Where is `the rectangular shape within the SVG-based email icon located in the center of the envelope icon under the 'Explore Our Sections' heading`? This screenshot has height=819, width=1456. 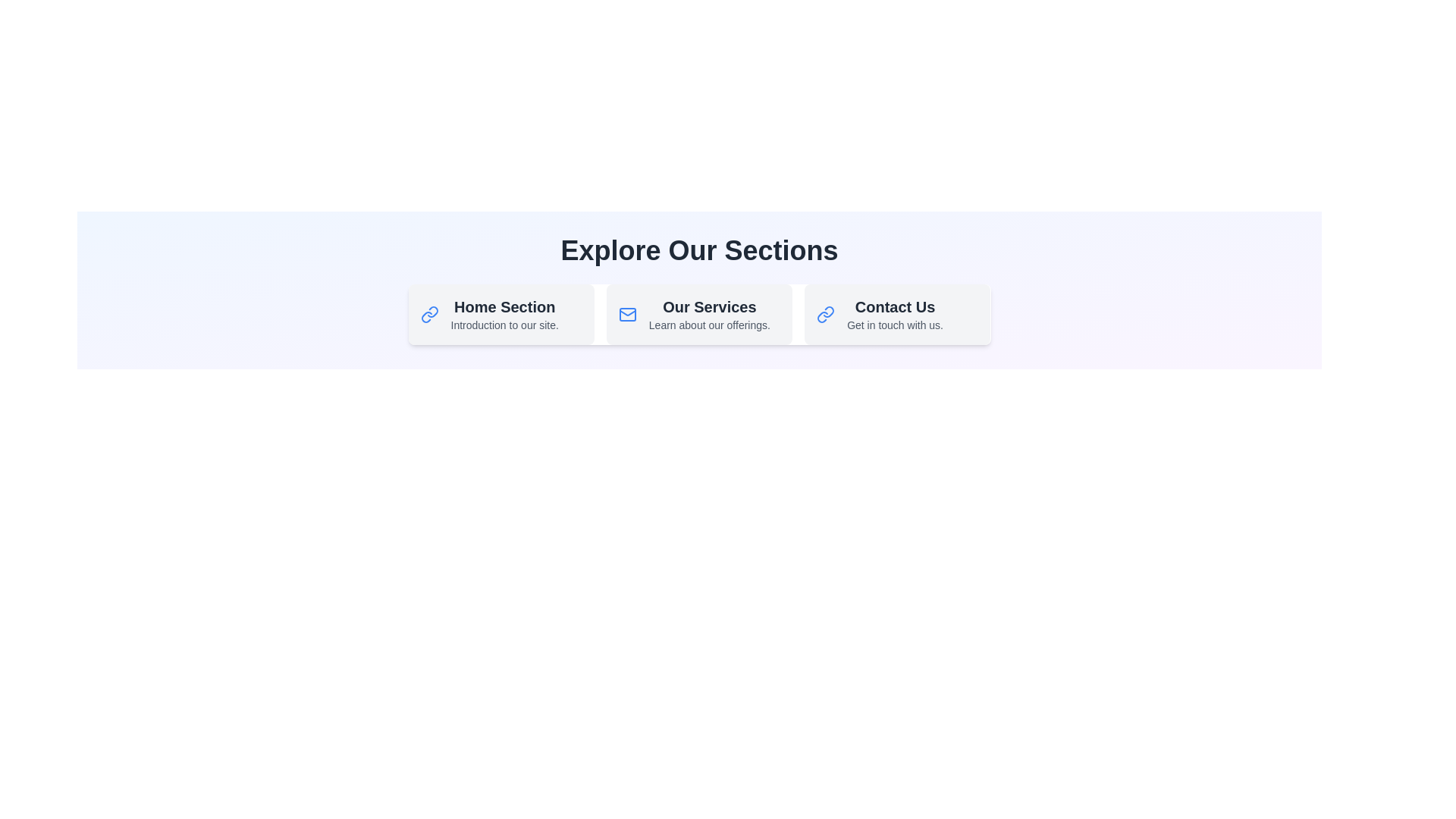 the rectangular shape within the SVG-based email icon located in the center of the envelope icon under the 'Explore Our Sections' heading is located at coordinates (627, 314).